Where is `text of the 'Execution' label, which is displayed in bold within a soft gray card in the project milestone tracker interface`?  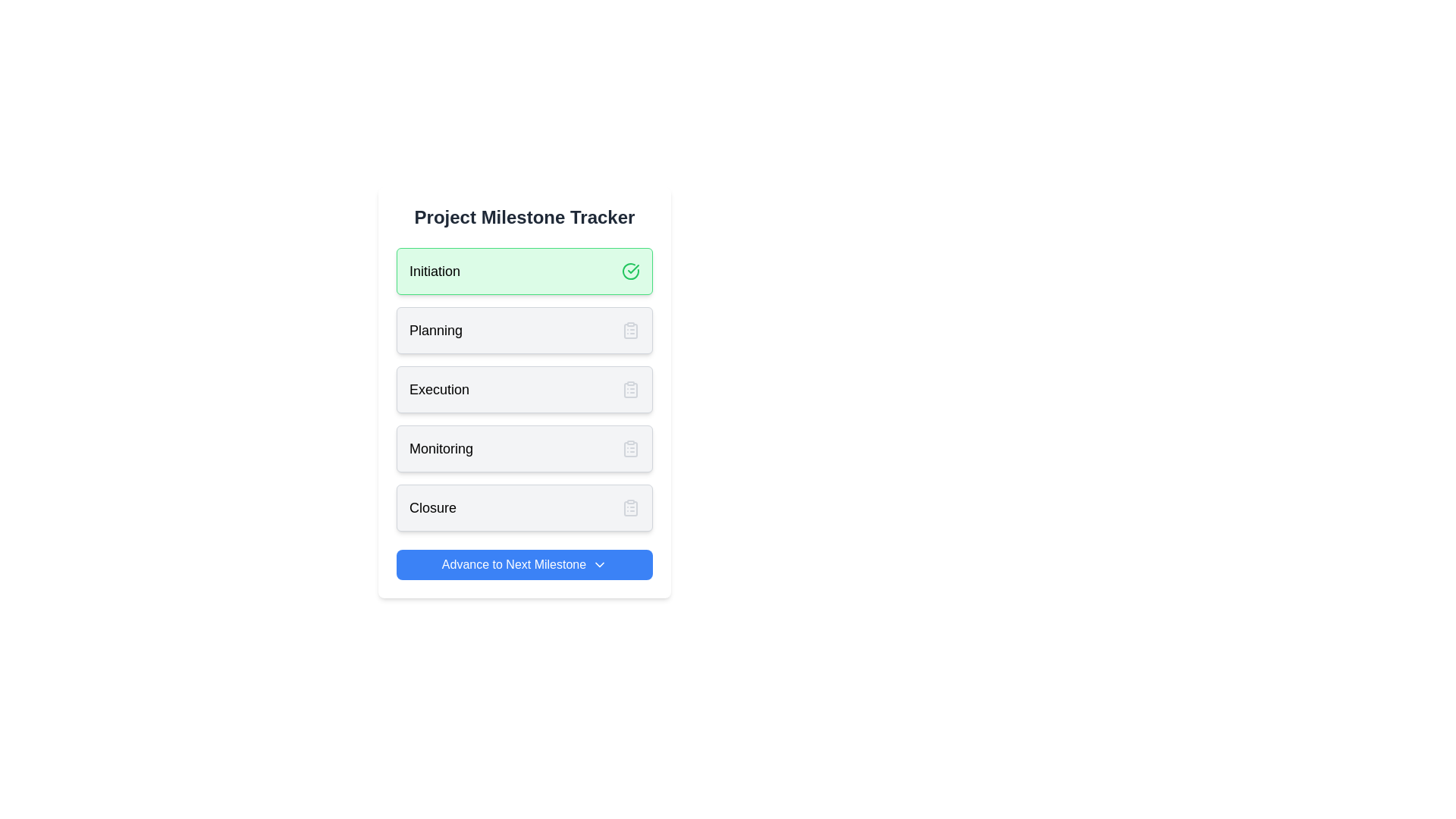
text of the 'Execution' label, which is displayed in bold within a soft gray card in the project milestone tracker interface is located at coordinates (438, 388).